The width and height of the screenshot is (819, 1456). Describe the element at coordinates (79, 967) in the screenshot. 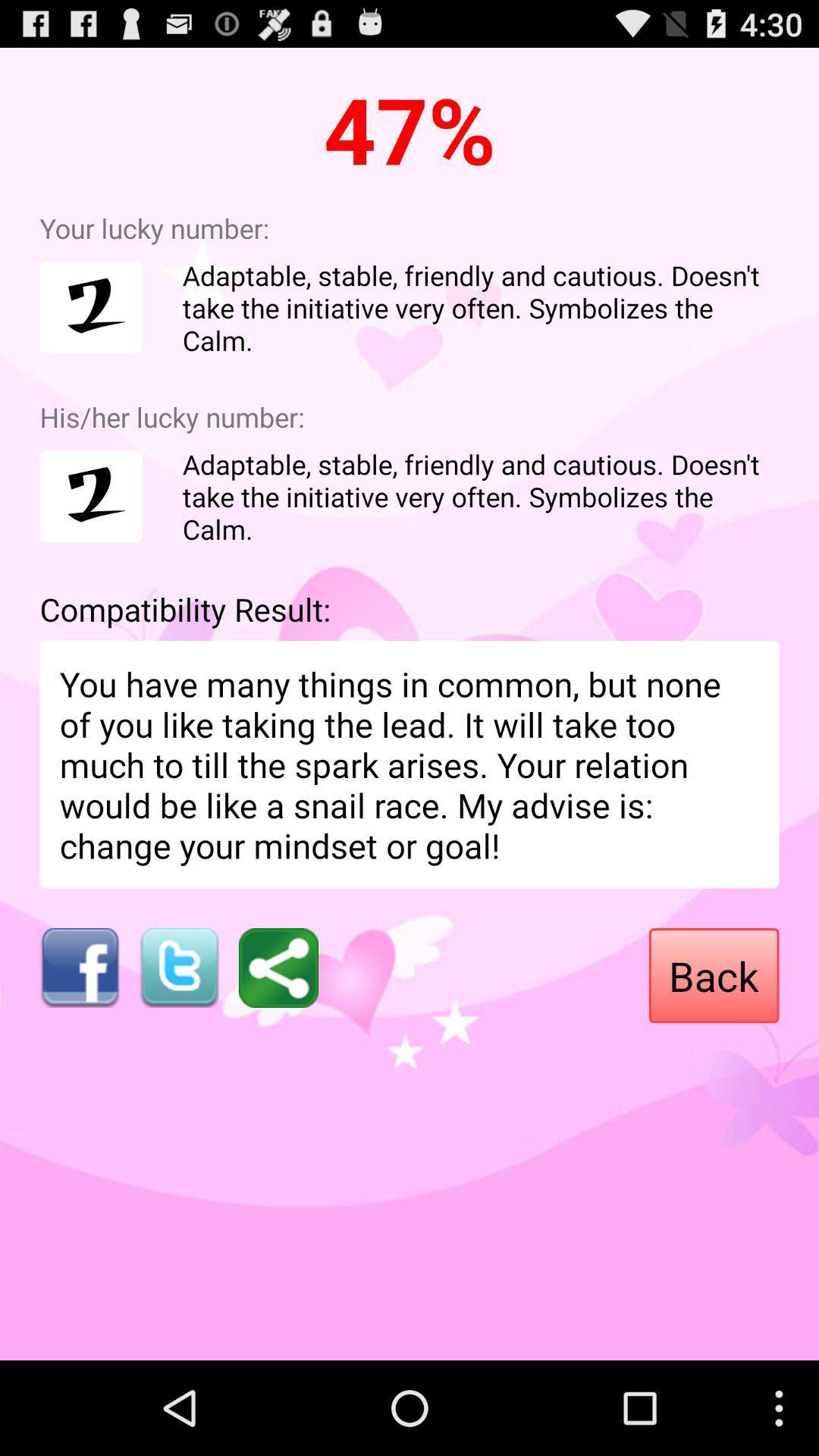

I see `the icon below the you have many app` at that location.